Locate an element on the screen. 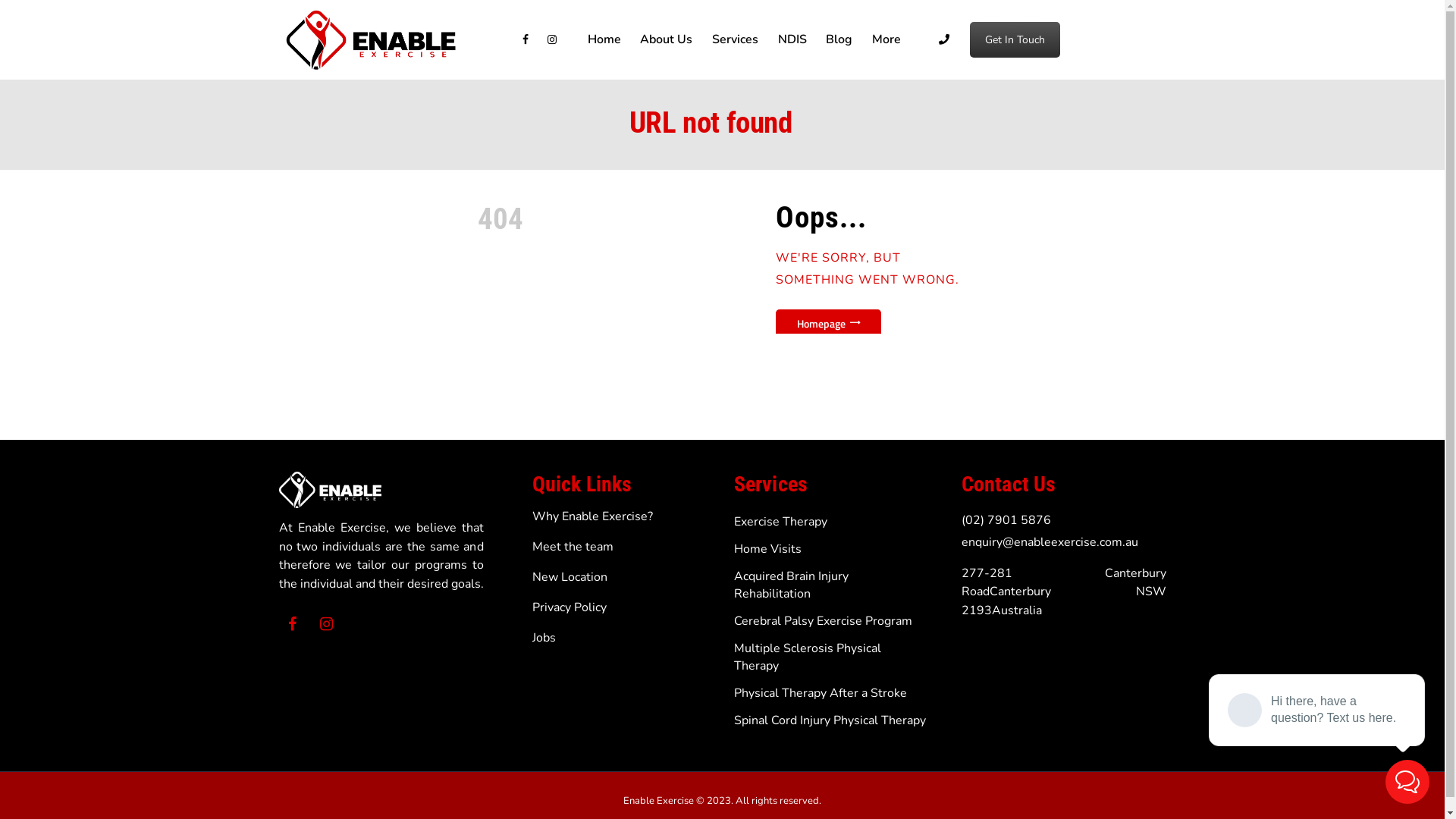  'Privacy Policy' is located at coordinates (568, 607).